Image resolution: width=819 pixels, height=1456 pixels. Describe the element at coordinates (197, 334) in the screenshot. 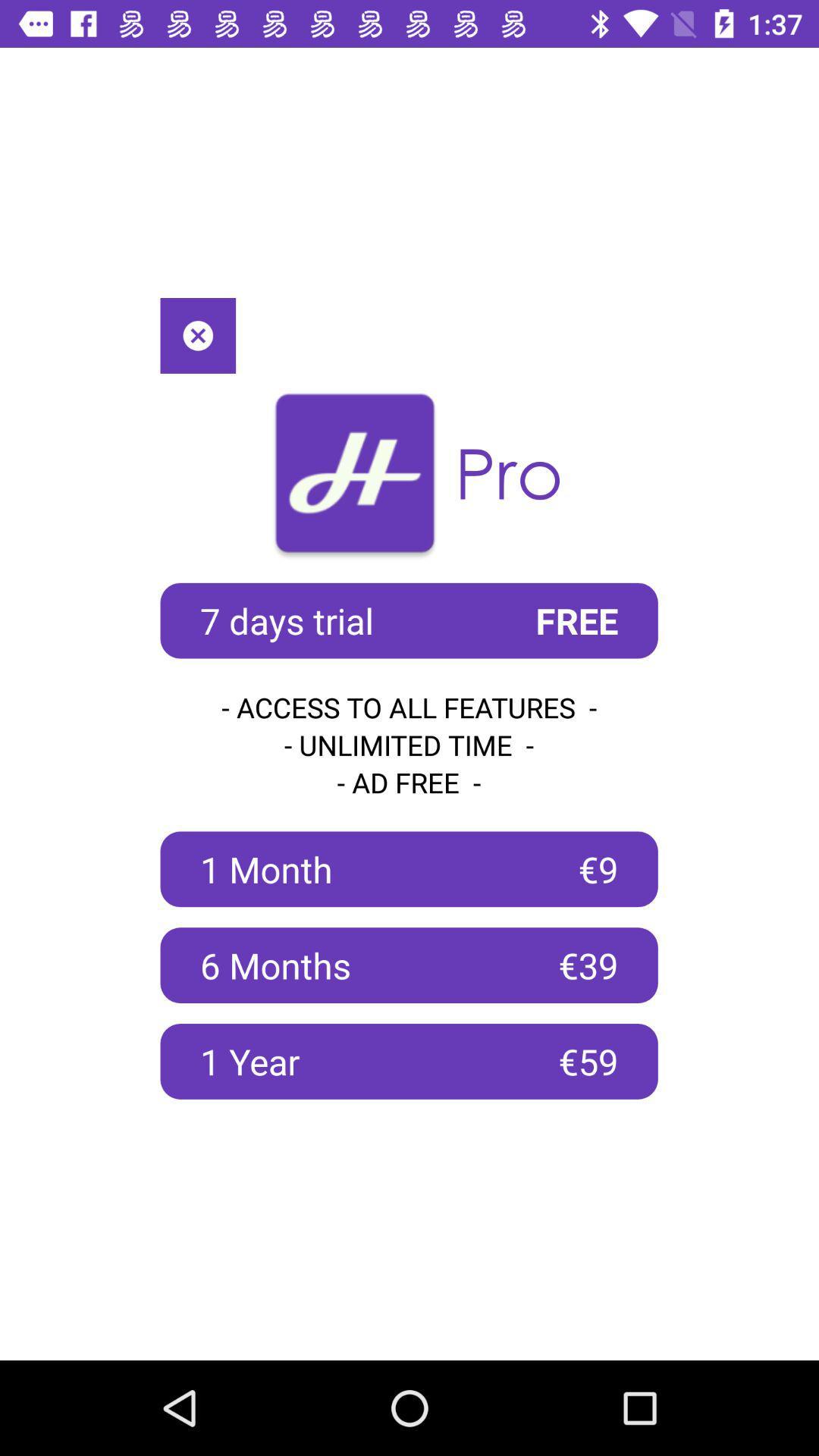

I see `the item at the top left corner` at that location.